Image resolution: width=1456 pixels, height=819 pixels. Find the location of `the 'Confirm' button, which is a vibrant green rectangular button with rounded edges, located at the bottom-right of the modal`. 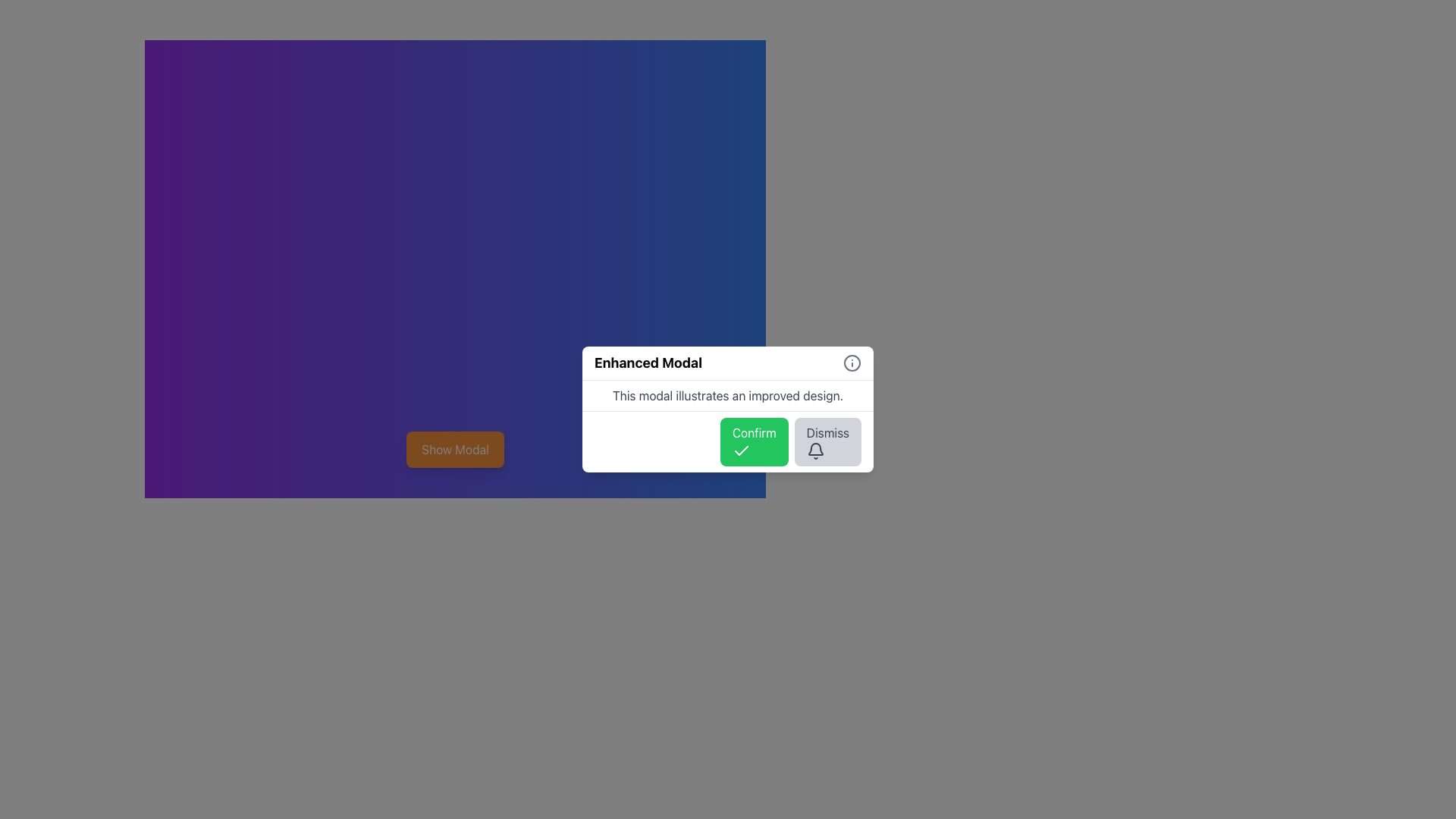

the 'Confirm' button, which is a vibrant green rectangular button with rounded edges, located at the bottom-right of the modal is located at coordinates (754, 441).